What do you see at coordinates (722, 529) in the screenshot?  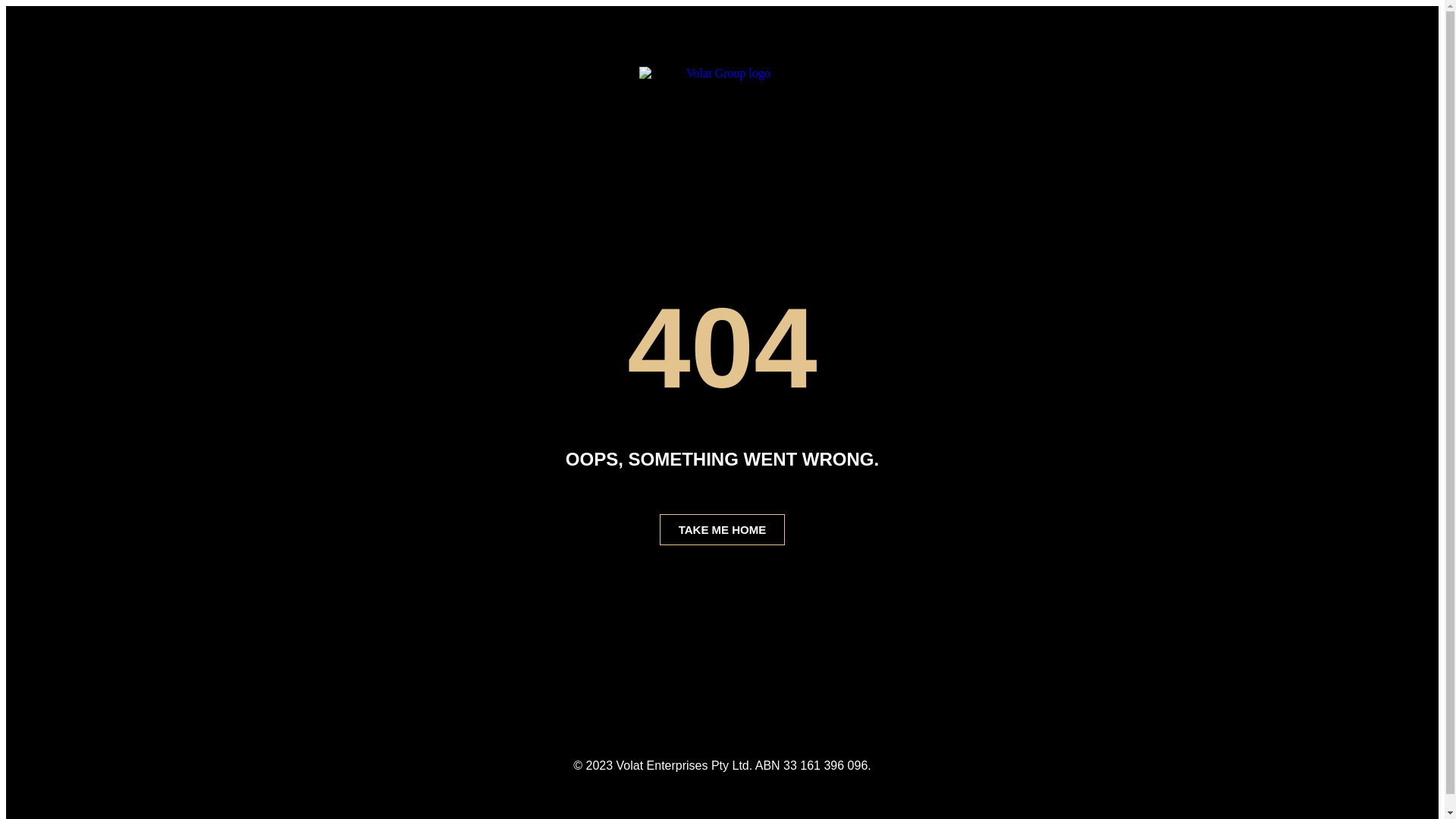 I see `'TAKE ME HOME'` at bounding box center [722, 529].